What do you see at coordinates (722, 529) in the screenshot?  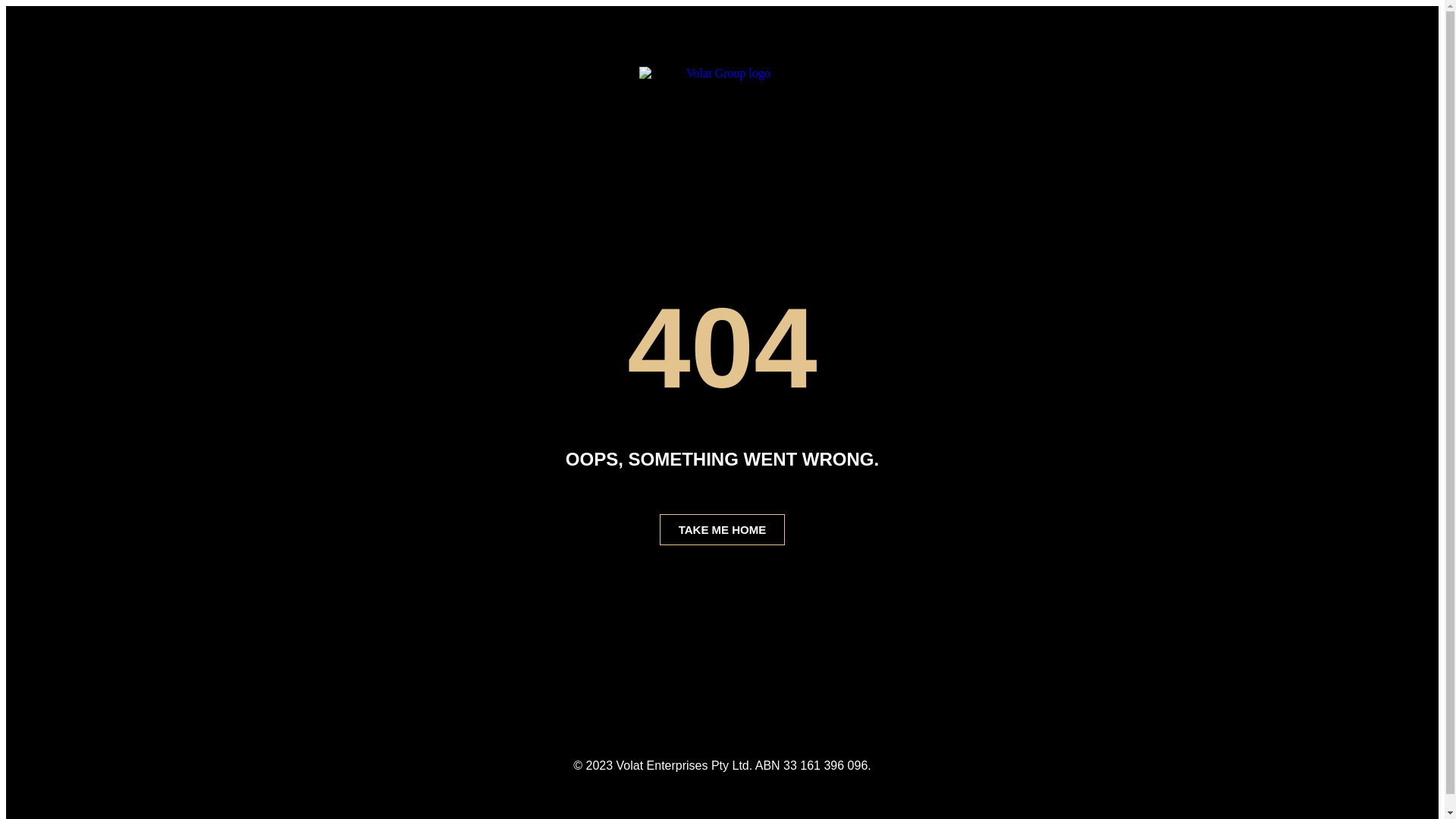 I see `'TAKE ME HOME'` at bounding box center [722, 529].